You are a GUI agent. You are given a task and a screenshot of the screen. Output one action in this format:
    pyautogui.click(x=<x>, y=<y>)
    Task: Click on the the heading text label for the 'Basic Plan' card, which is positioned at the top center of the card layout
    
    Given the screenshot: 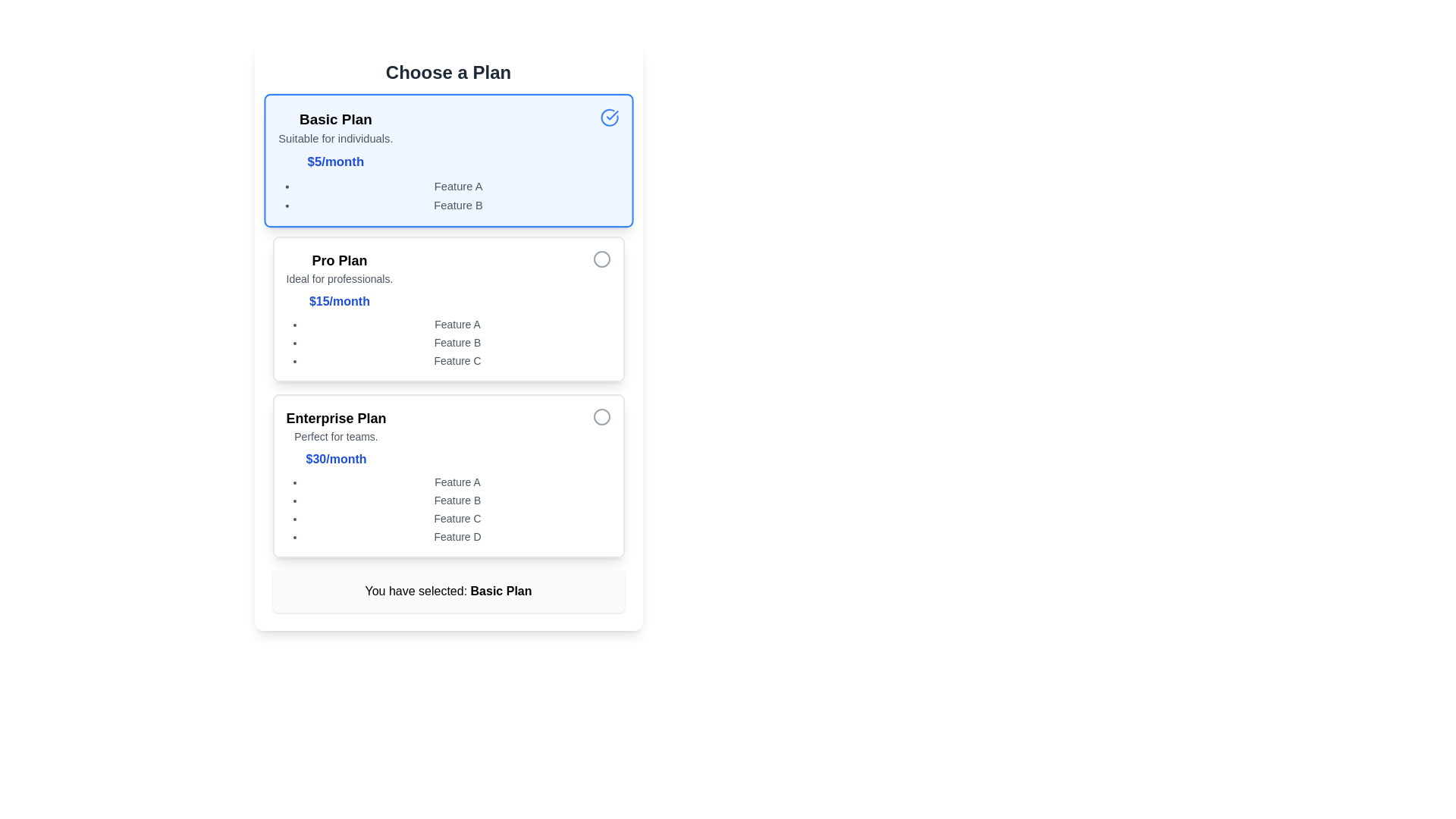 What is the action you would take?
    pyautogui.click(x=334, y=118)
    